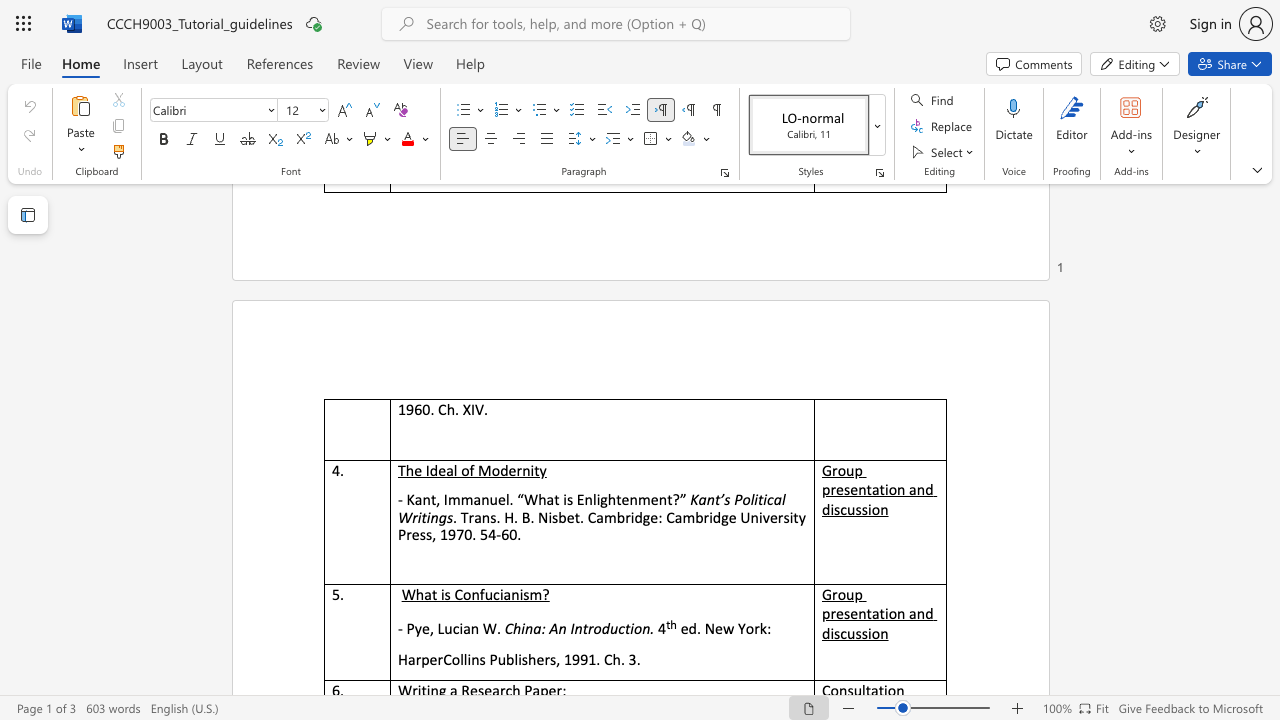 The image size is (1280, 720). Describe the element at coordinates (595, 516) in the screenshot. I see `the subset text "ambridge: Cambridg" within the text ". Trans. H. B. Nisbet. Cambridge: Cambridge University Press, 1970. 54-60."` at that location.